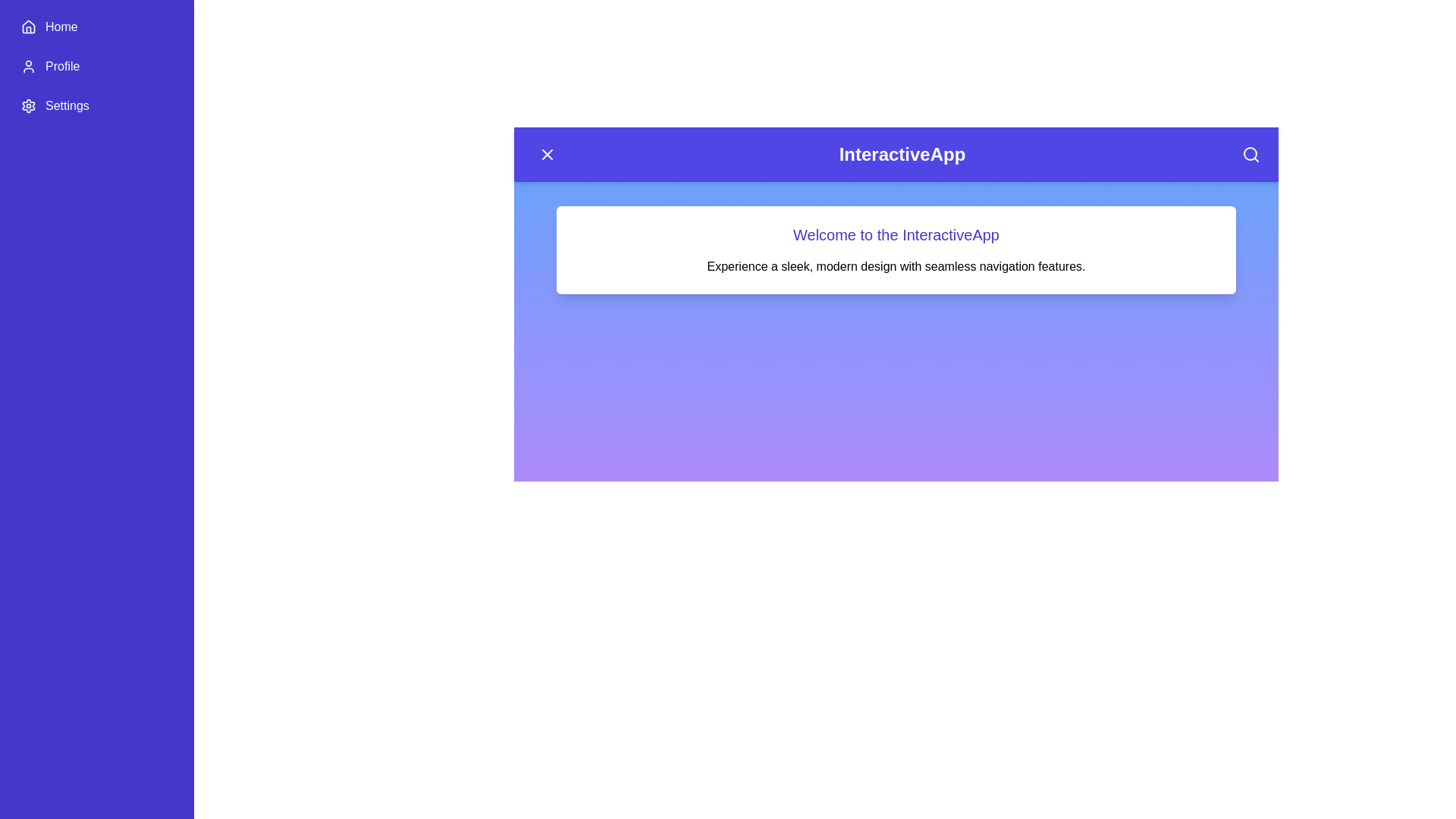 The image size is (1456, 819). What do you see at coordinates (1251, 155) in the screenshot?
I see `the search icon in the header` at bounding box center [1251, 155].